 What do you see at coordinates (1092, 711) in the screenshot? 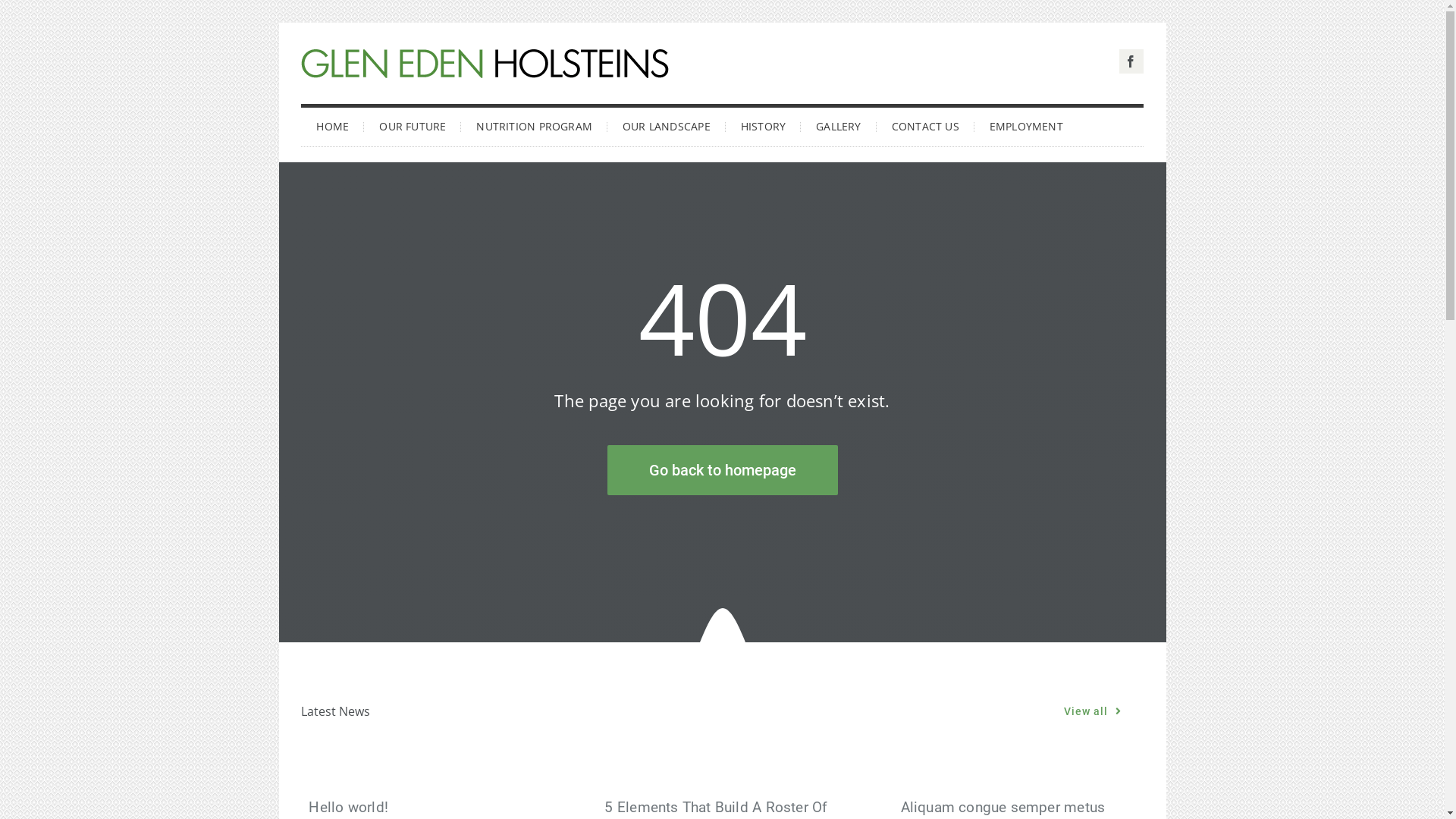
I see `'View all'` at bounding box center [1092, 711].